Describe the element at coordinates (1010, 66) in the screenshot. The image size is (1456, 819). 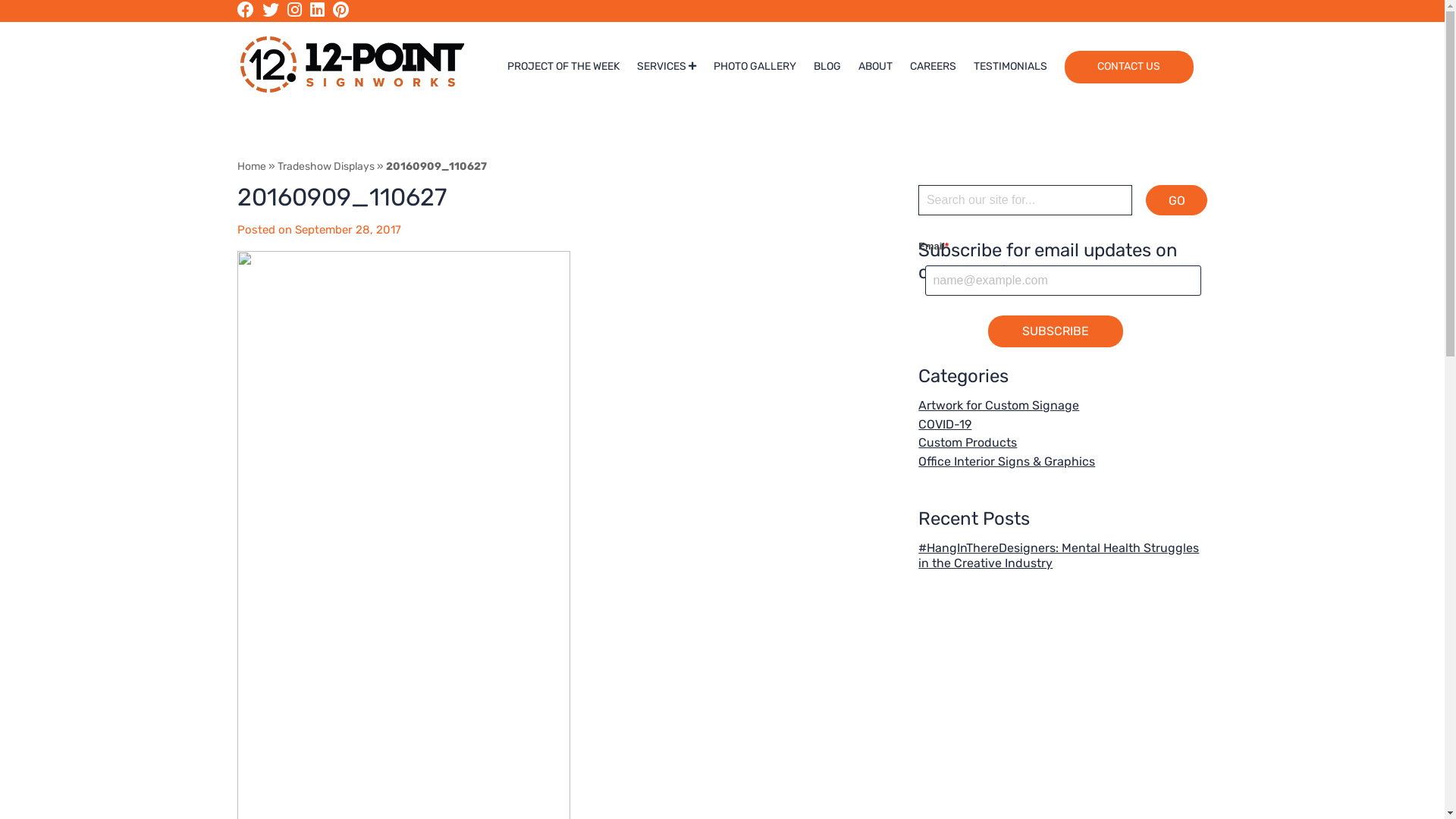
I see `'TESTIMONIALS'` at that location.